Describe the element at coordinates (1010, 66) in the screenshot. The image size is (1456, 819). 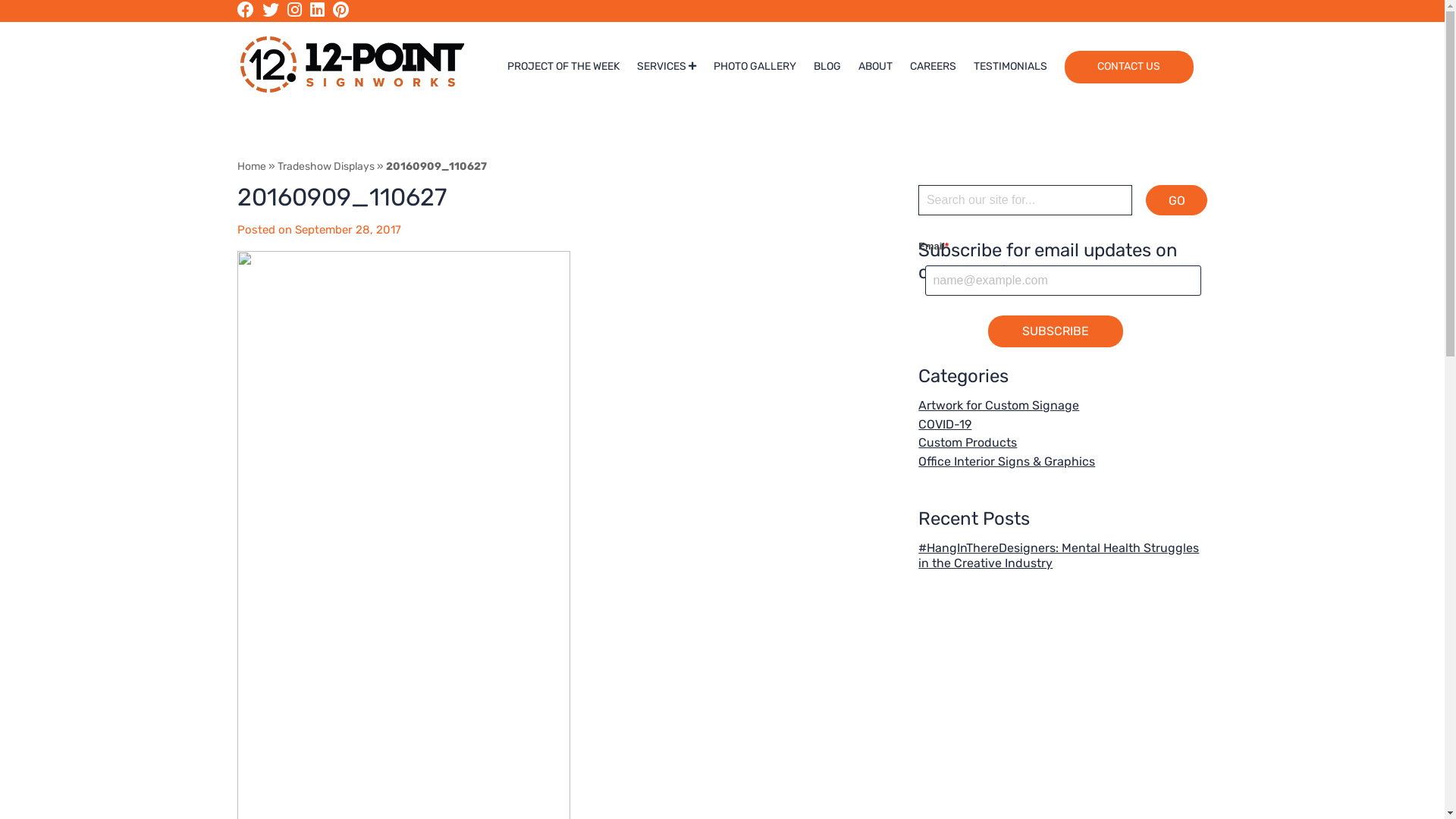
I see `'TESTIMONIALS'` at that location.